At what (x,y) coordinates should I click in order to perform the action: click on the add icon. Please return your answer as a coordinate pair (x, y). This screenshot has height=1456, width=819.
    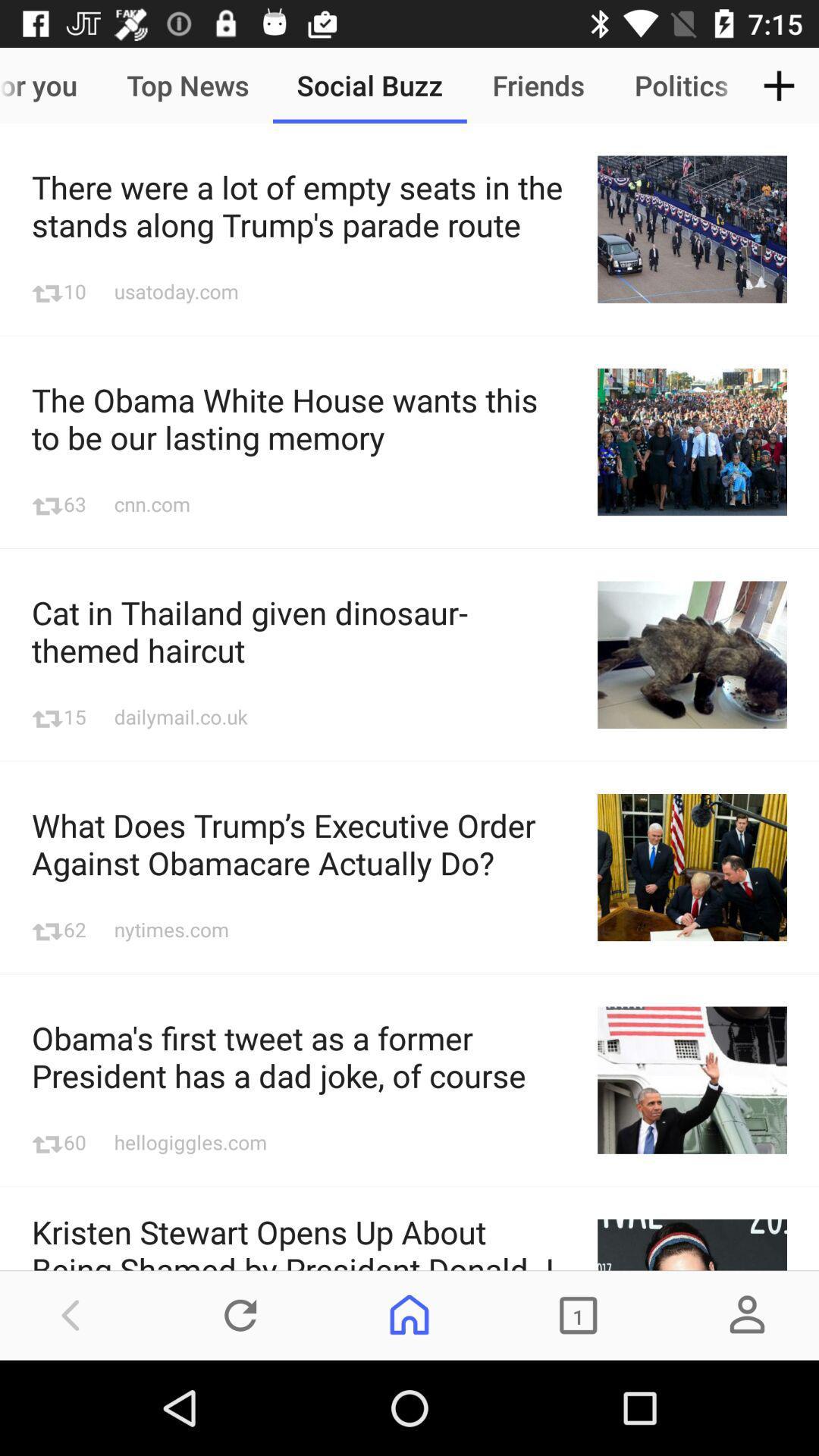
    Looking at the image, I should click on (779, 84).